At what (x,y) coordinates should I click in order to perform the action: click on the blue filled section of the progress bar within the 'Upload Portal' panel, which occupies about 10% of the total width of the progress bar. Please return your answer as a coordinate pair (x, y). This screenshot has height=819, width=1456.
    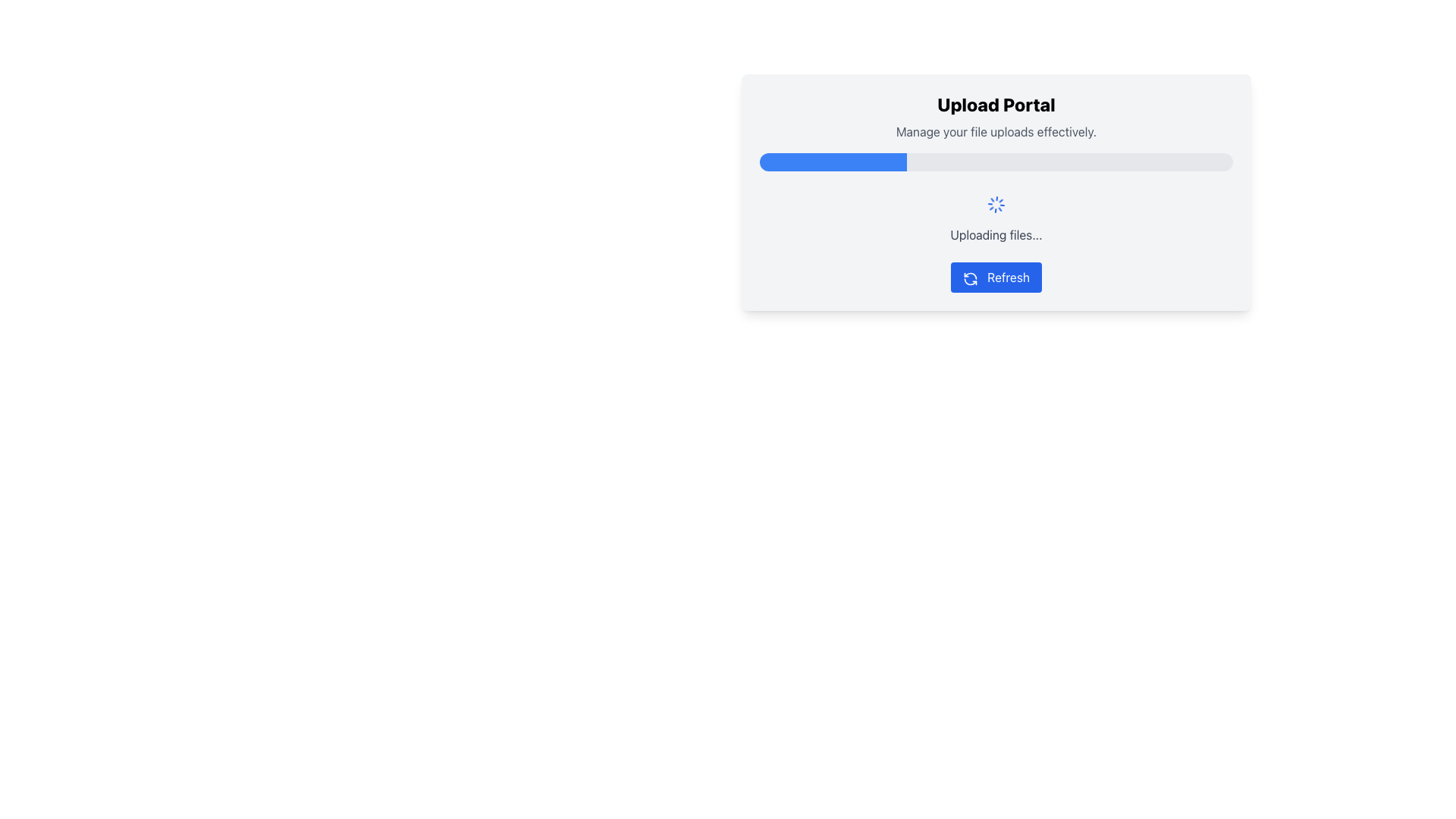
    Looking at the image, I should click on (779, 162).